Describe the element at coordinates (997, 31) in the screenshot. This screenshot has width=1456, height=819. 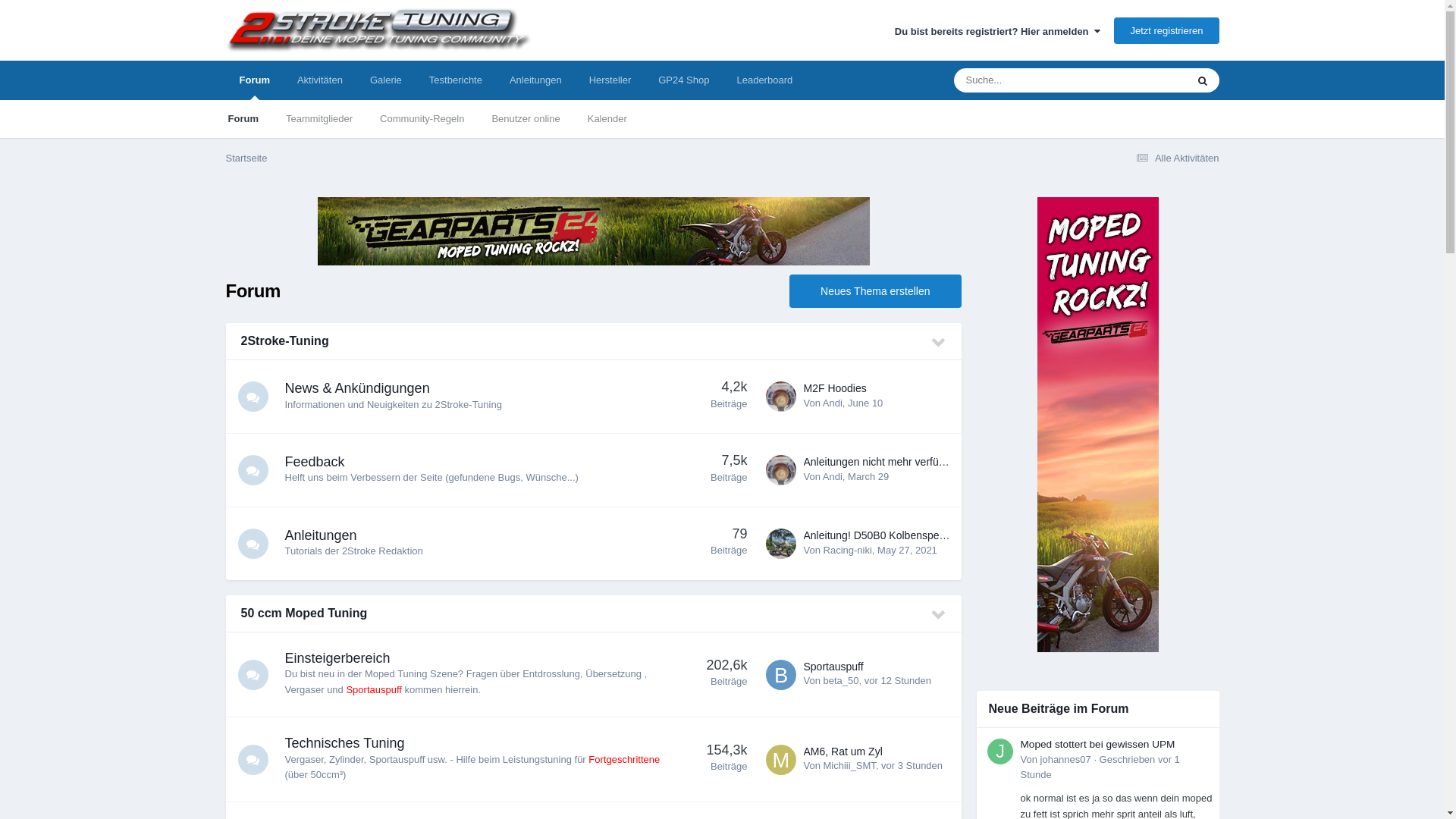
I see `'Du bist bereits registriert? Hier anmelden  '` at that location.